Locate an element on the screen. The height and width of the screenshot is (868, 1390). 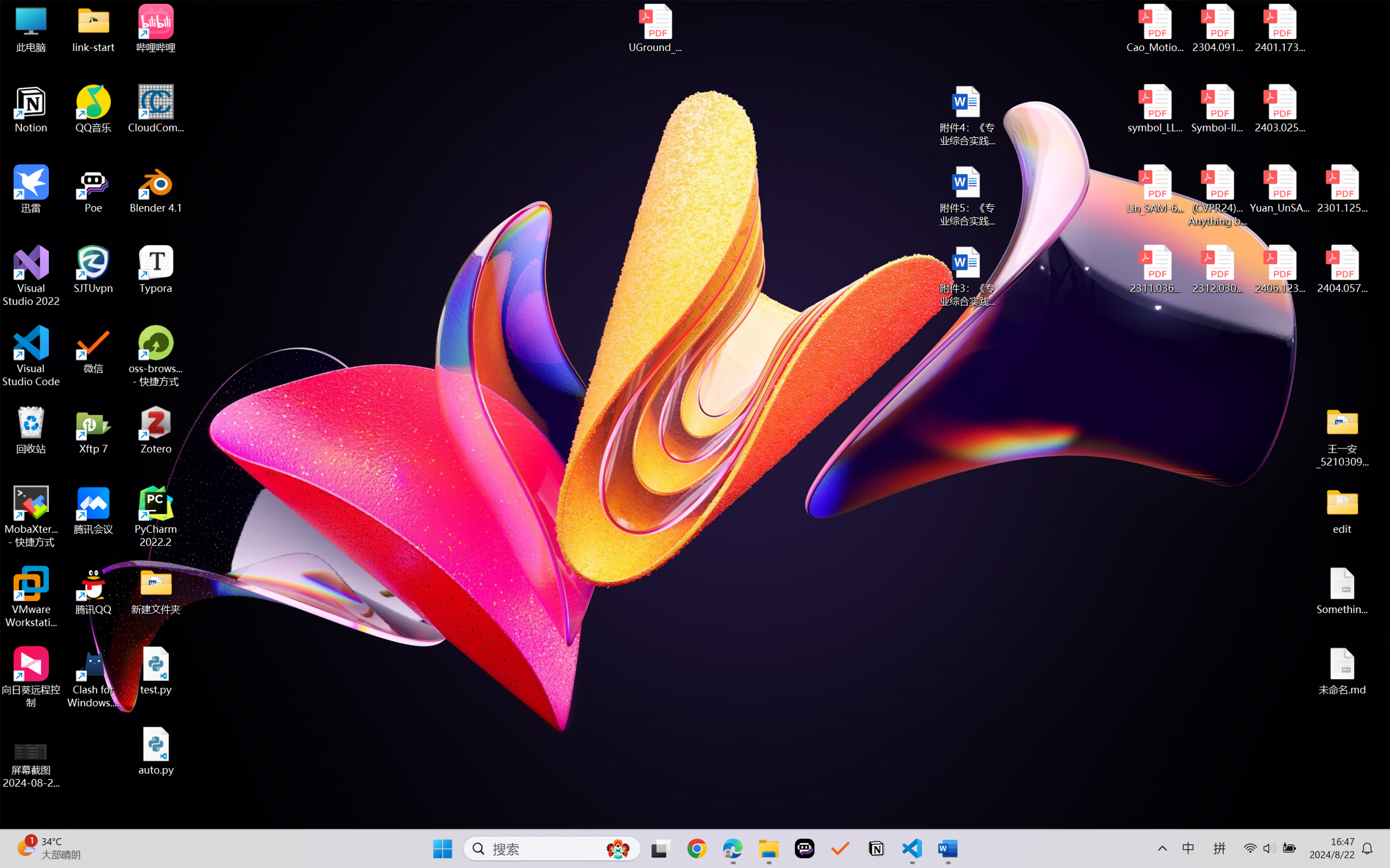
'Google Chrome' is located at coordinates (697, 848).